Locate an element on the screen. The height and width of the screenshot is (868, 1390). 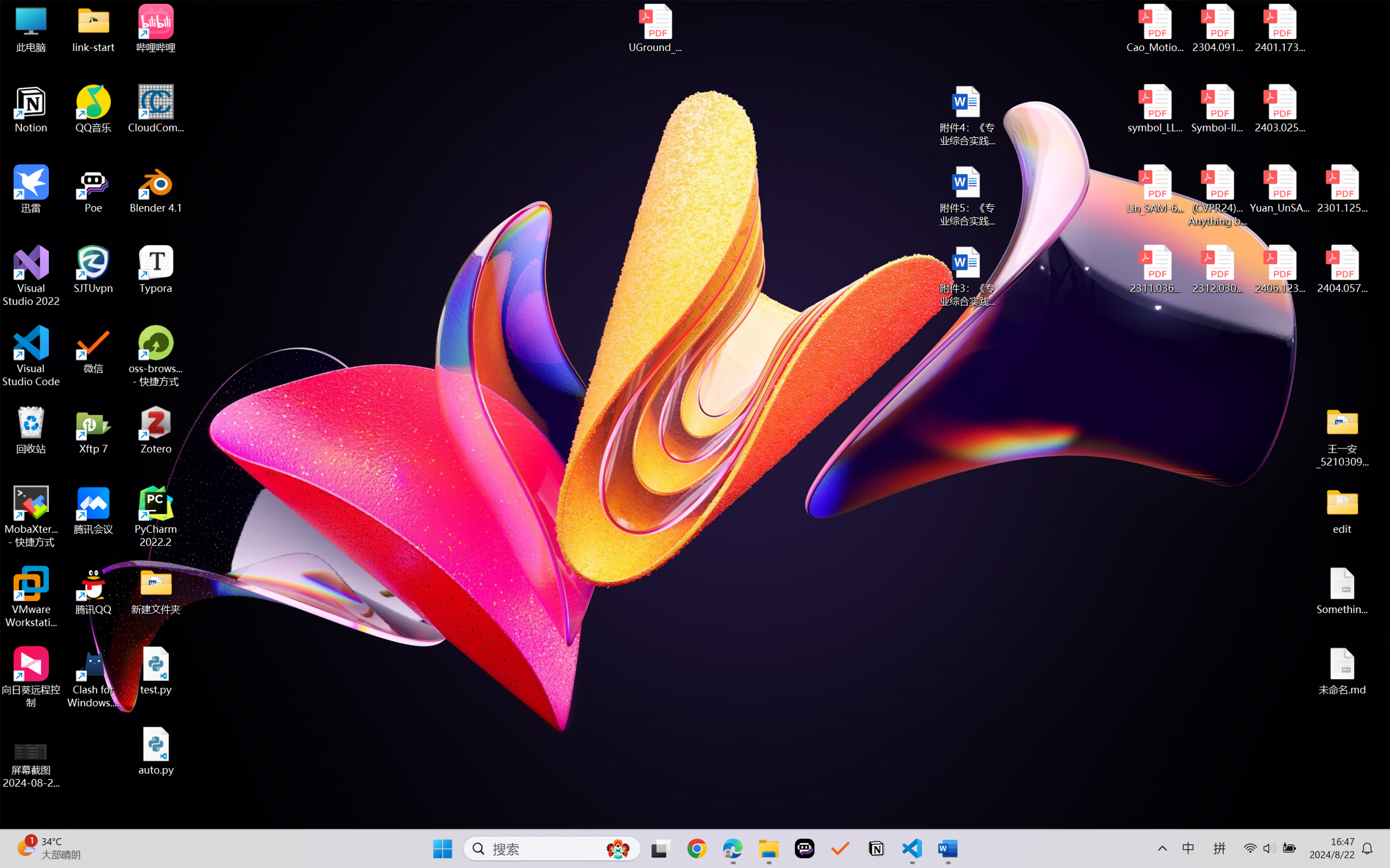
'Google Chrome' is located at coordinates (697, 848).